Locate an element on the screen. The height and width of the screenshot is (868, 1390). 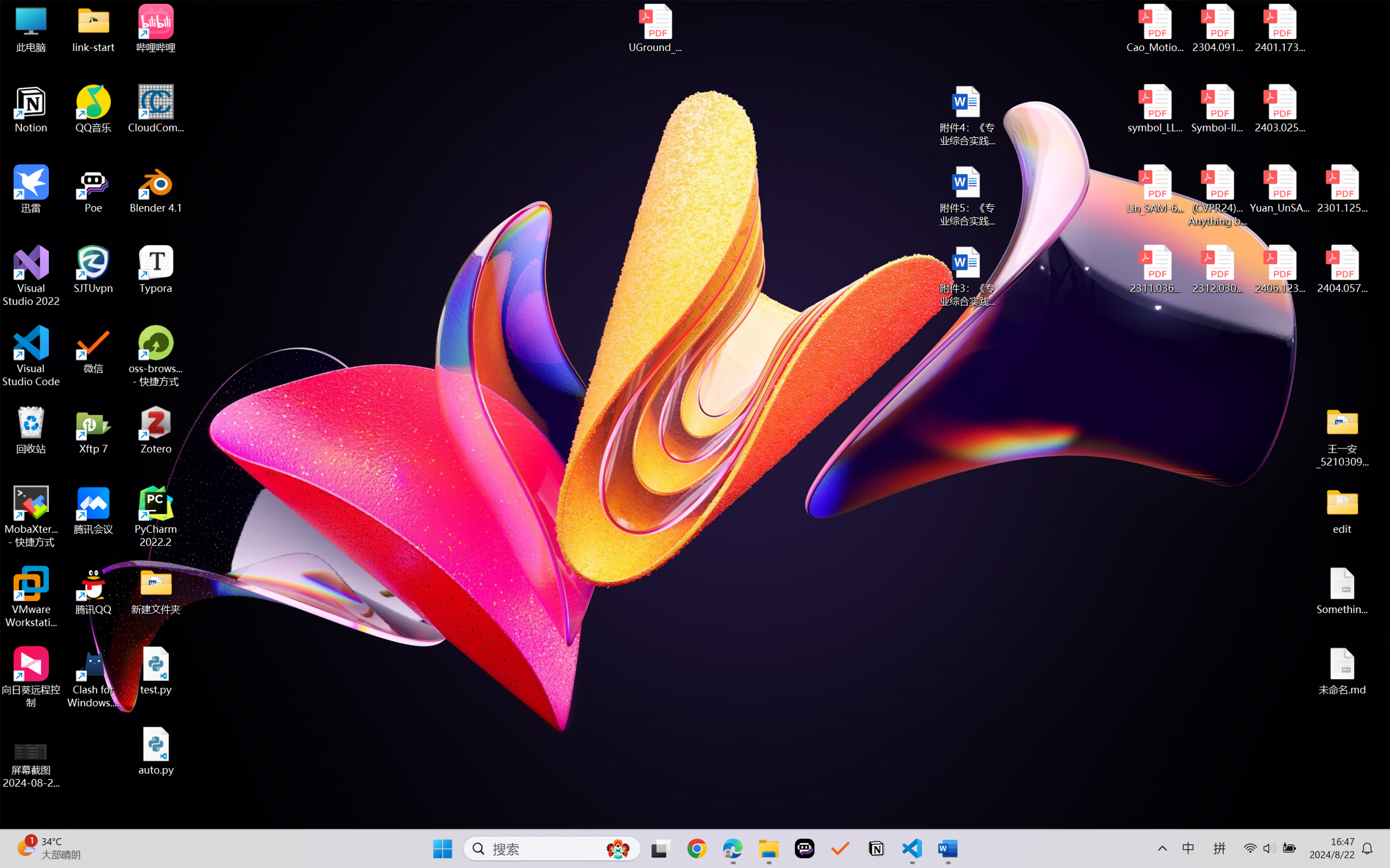
'Google Chrome' is located at coordinates (697, 848).